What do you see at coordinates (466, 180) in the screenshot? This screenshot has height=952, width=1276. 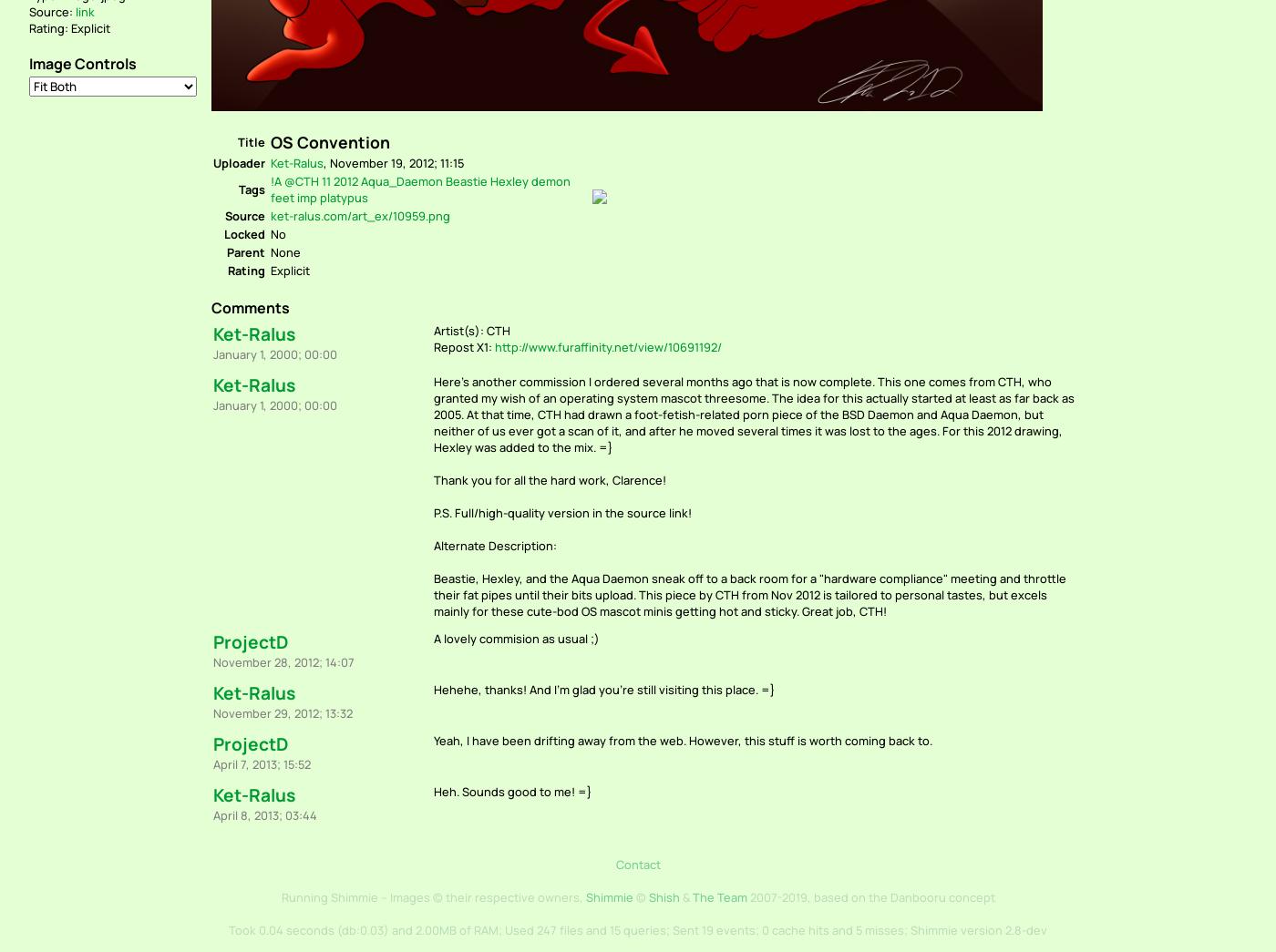 I see `'Beastie'` at bounding box center [466, 180].